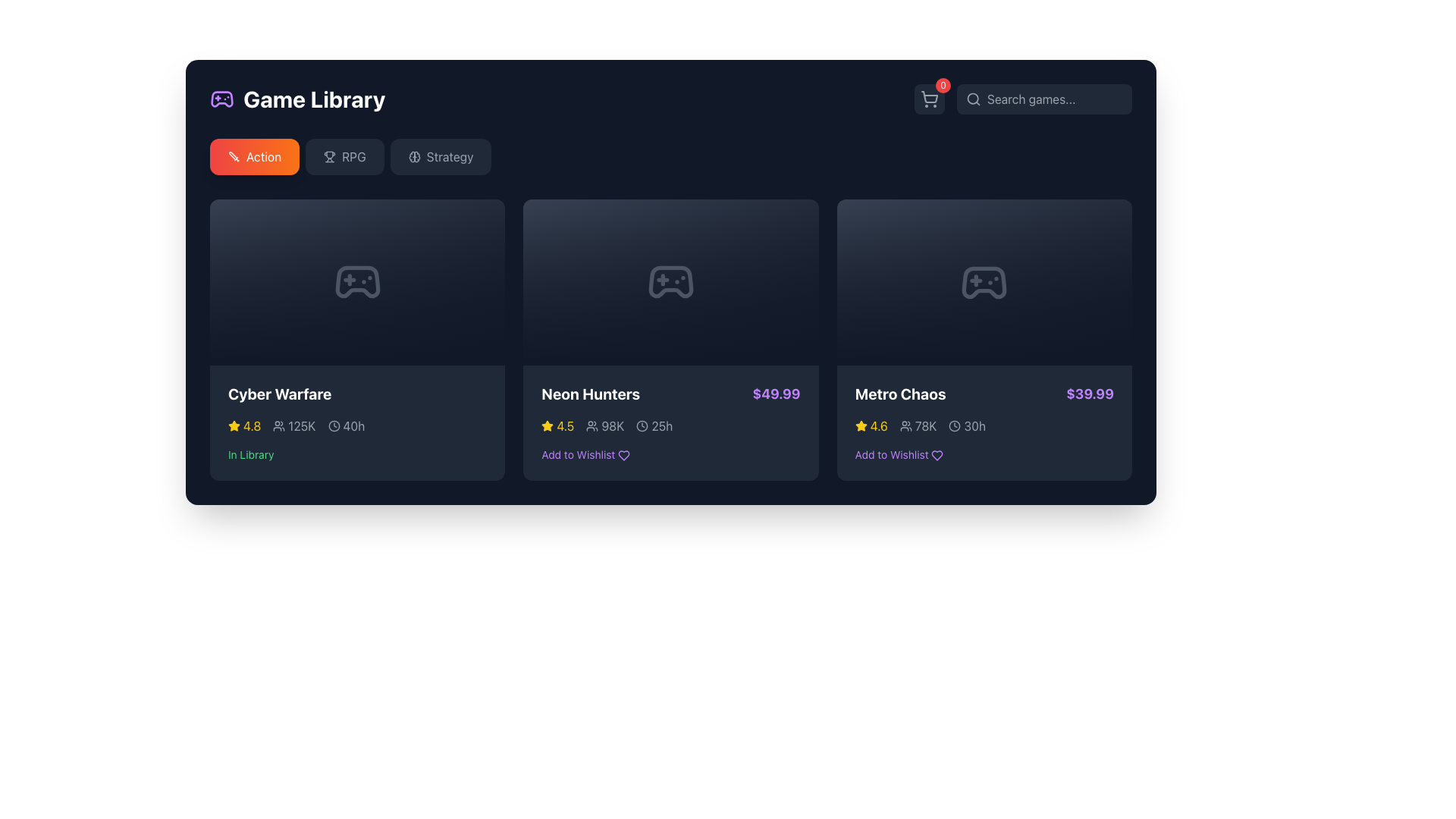 Image resolution: width=1456 pixels, height=819 pixels. I want to click on the associated information for the playtime duration icon of the 'Neon Hunters' game, which is located to the left of the text '25h' in the bottom-right section of the card layout, so click(642, 426).